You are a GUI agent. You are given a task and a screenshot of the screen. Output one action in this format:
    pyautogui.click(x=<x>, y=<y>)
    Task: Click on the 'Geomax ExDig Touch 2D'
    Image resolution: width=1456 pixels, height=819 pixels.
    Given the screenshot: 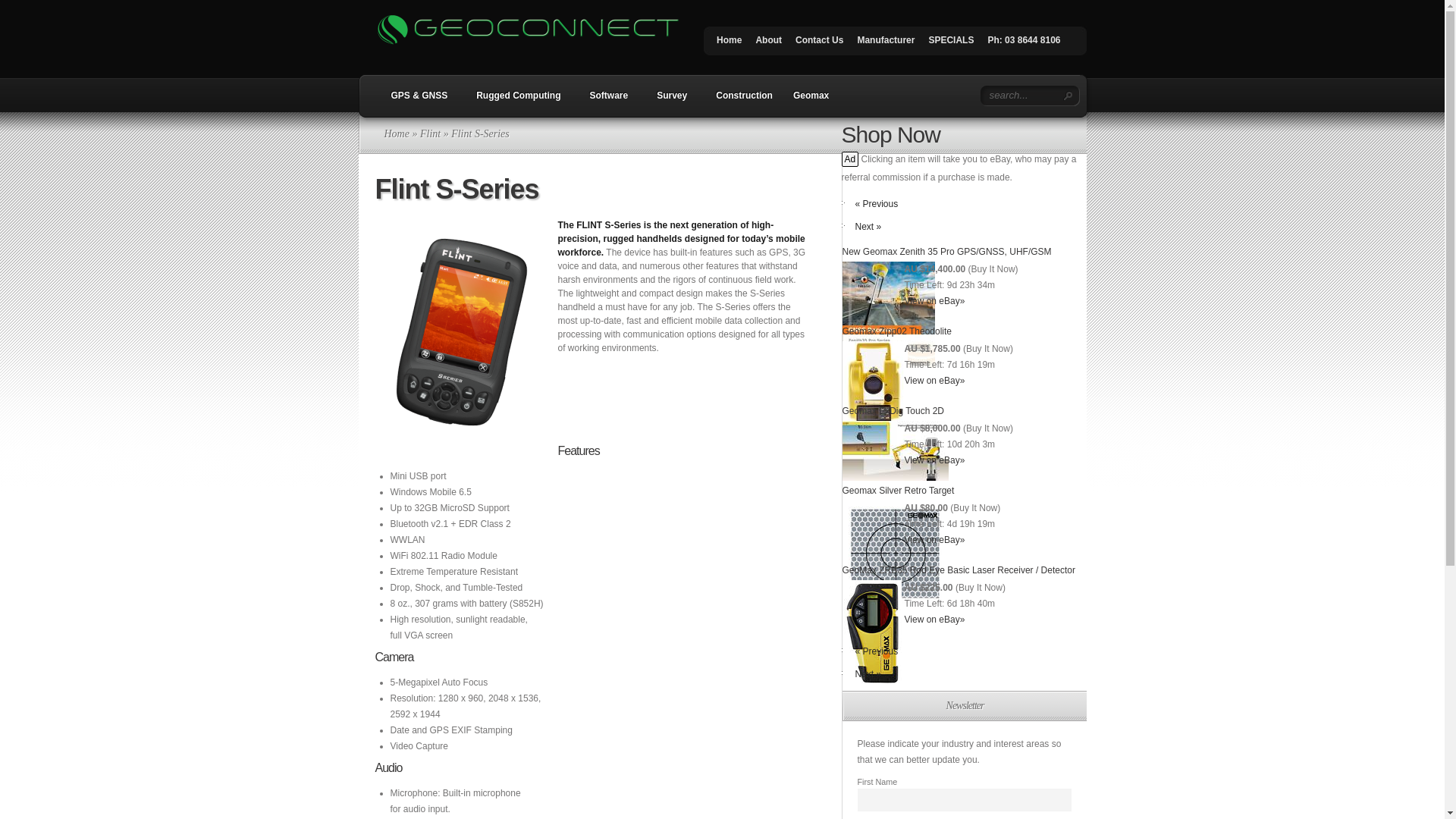 What is the action you would take?
    pyautogui.click(x=893, y=411)
    